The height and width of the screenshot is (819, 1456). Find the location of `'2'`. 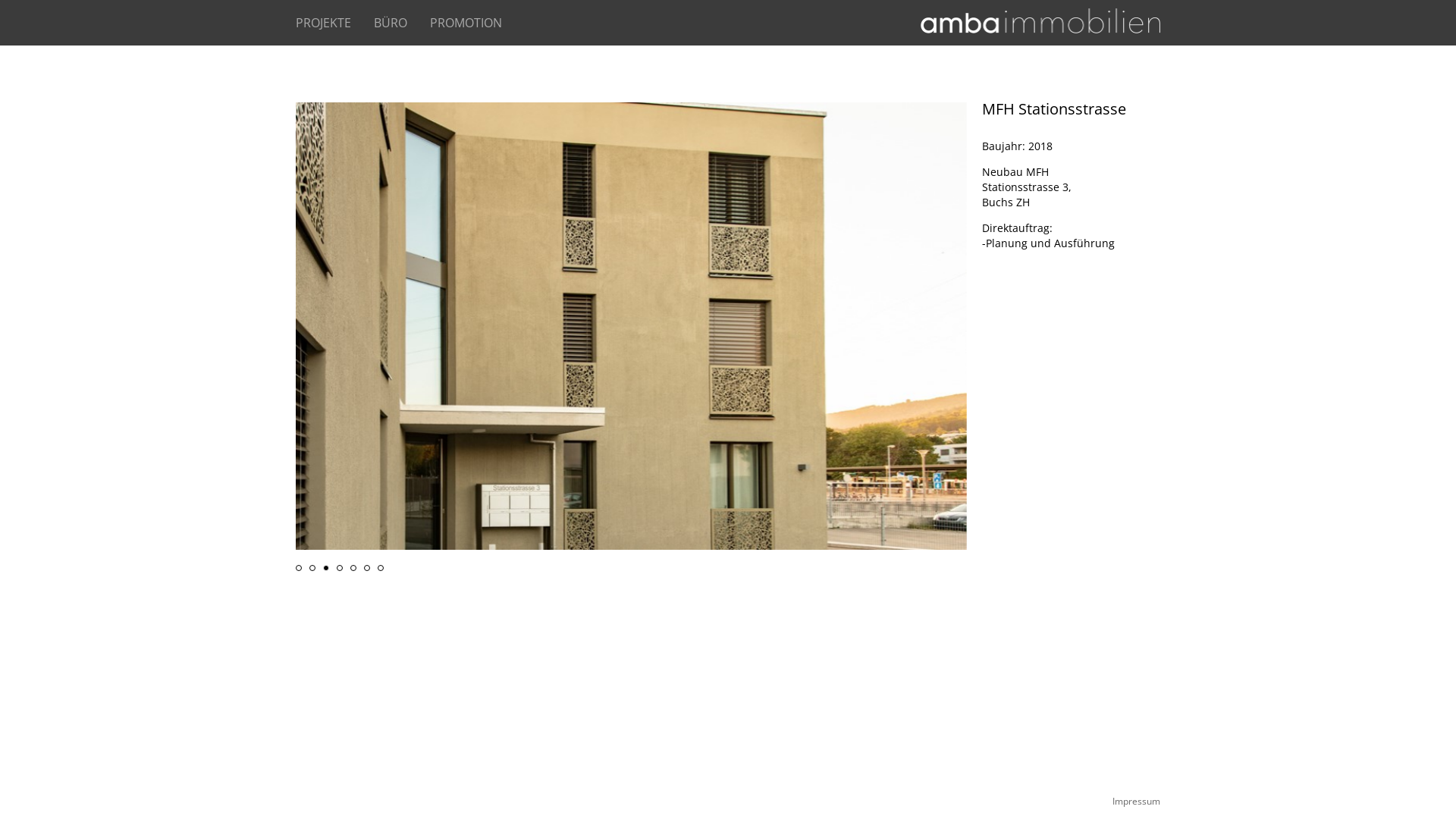

'2' is located at coordinates (312, 567).